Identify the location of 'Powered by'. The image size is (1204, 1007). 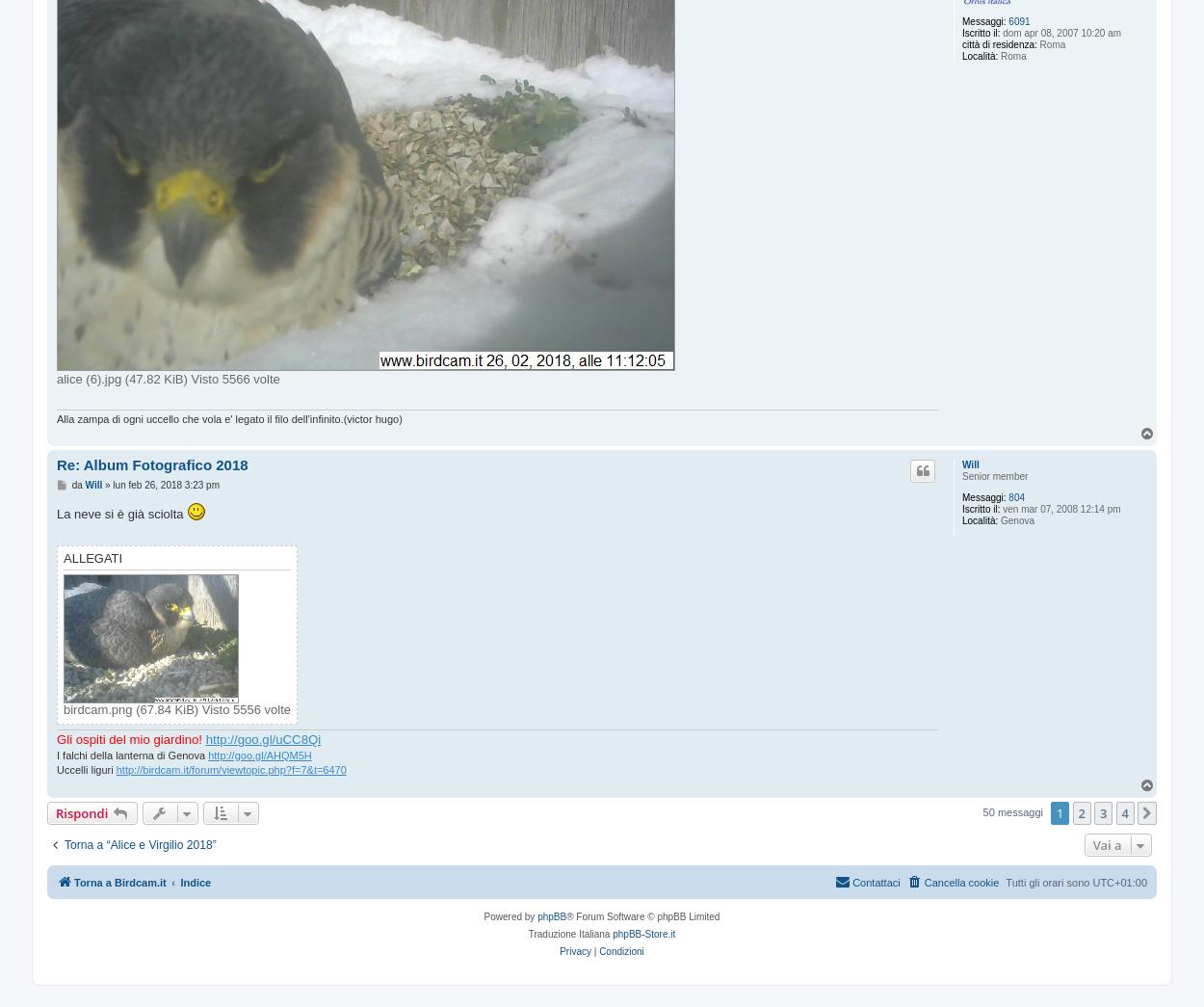
(510, 915).